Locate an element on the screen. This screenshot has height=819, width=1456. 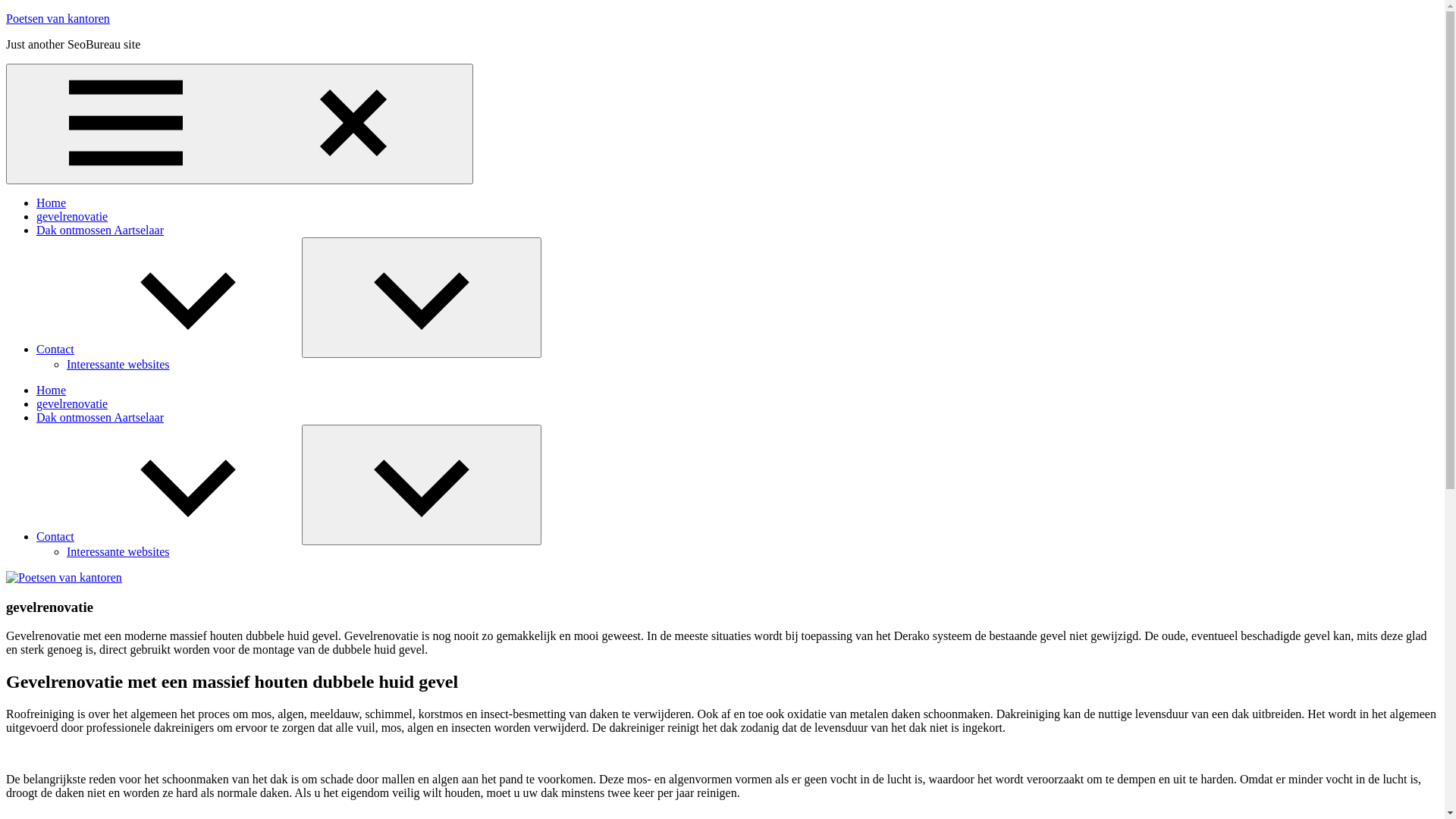
'Home' is located at coordinates (36, 202).